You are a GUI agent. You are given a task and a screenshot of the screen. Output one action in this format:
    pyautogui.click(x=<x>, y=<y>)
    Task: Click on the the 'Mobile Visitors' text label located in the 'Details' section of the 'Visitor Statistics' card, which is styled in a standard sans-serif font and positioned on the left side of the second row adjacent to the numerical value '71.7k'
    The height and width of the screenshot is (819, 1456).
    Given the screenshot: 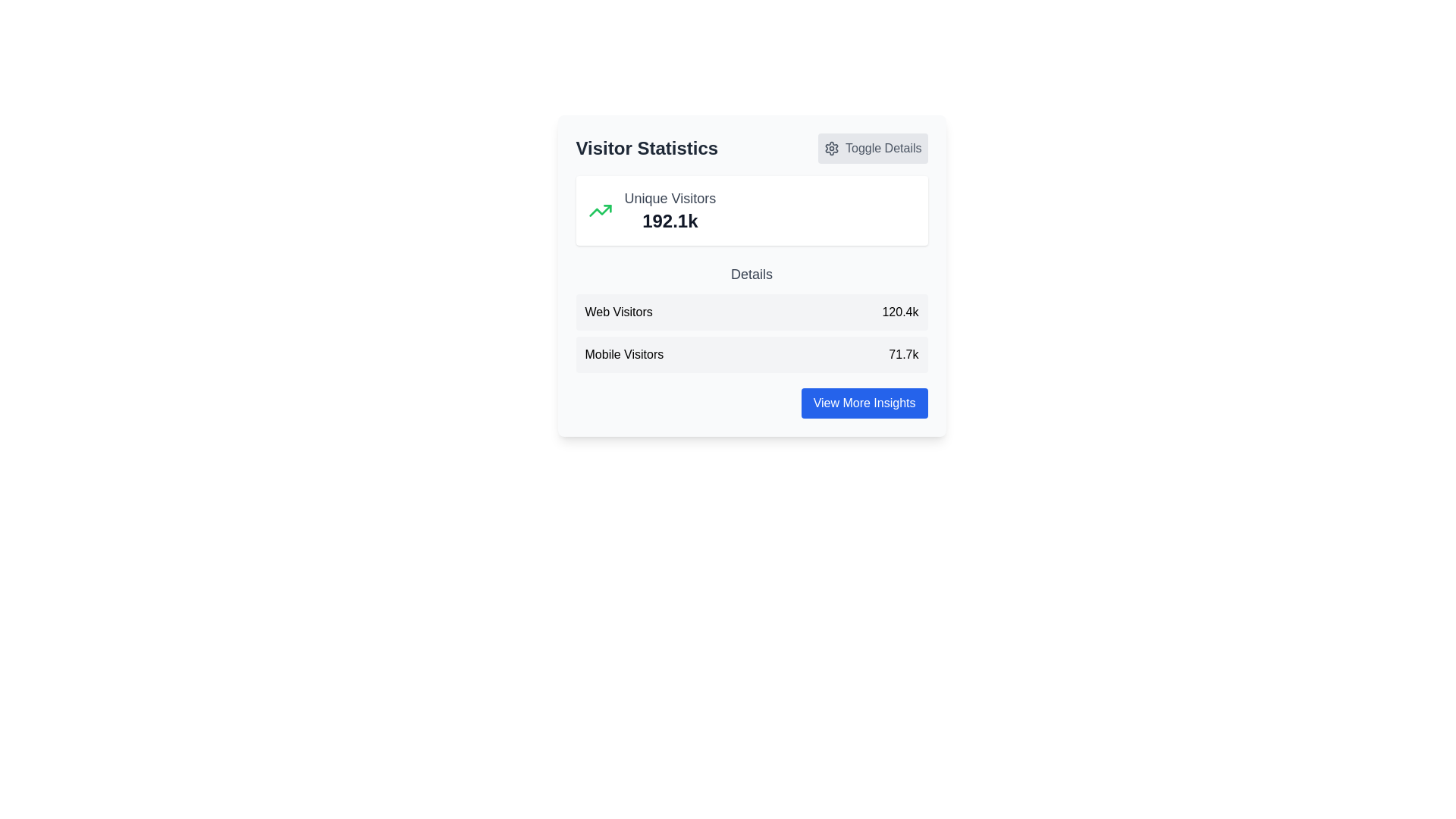 What is the action you would take?
    pyautogui.click(x=624, y=354)
    